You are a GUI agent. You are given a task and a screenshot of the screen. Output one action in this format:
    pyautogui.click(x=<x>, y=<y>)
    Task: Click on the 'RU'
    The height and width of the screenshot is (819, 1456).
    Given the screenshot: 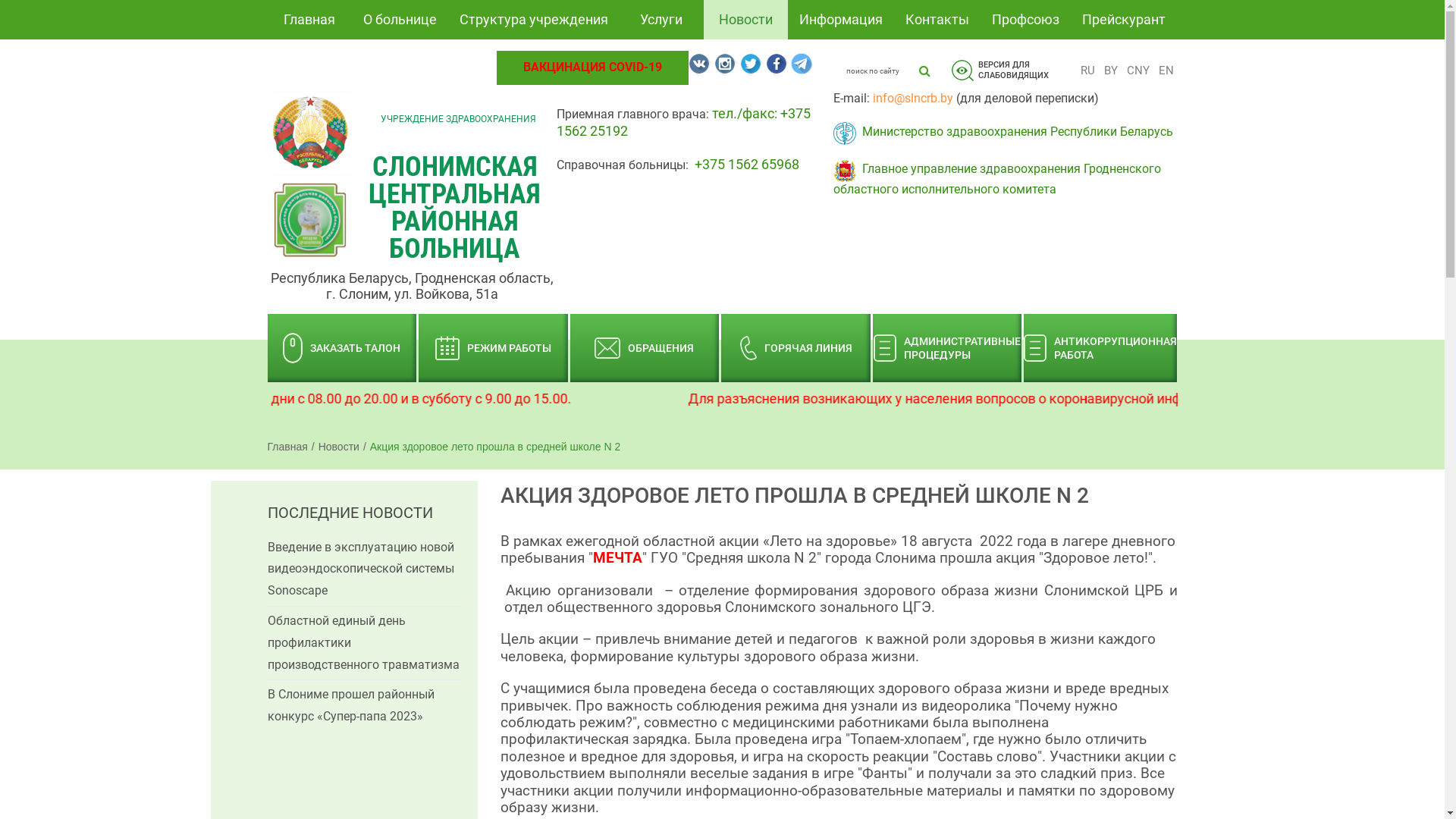 What is the action you would take?
    pyautogui.click(x=1076, y=70)
    